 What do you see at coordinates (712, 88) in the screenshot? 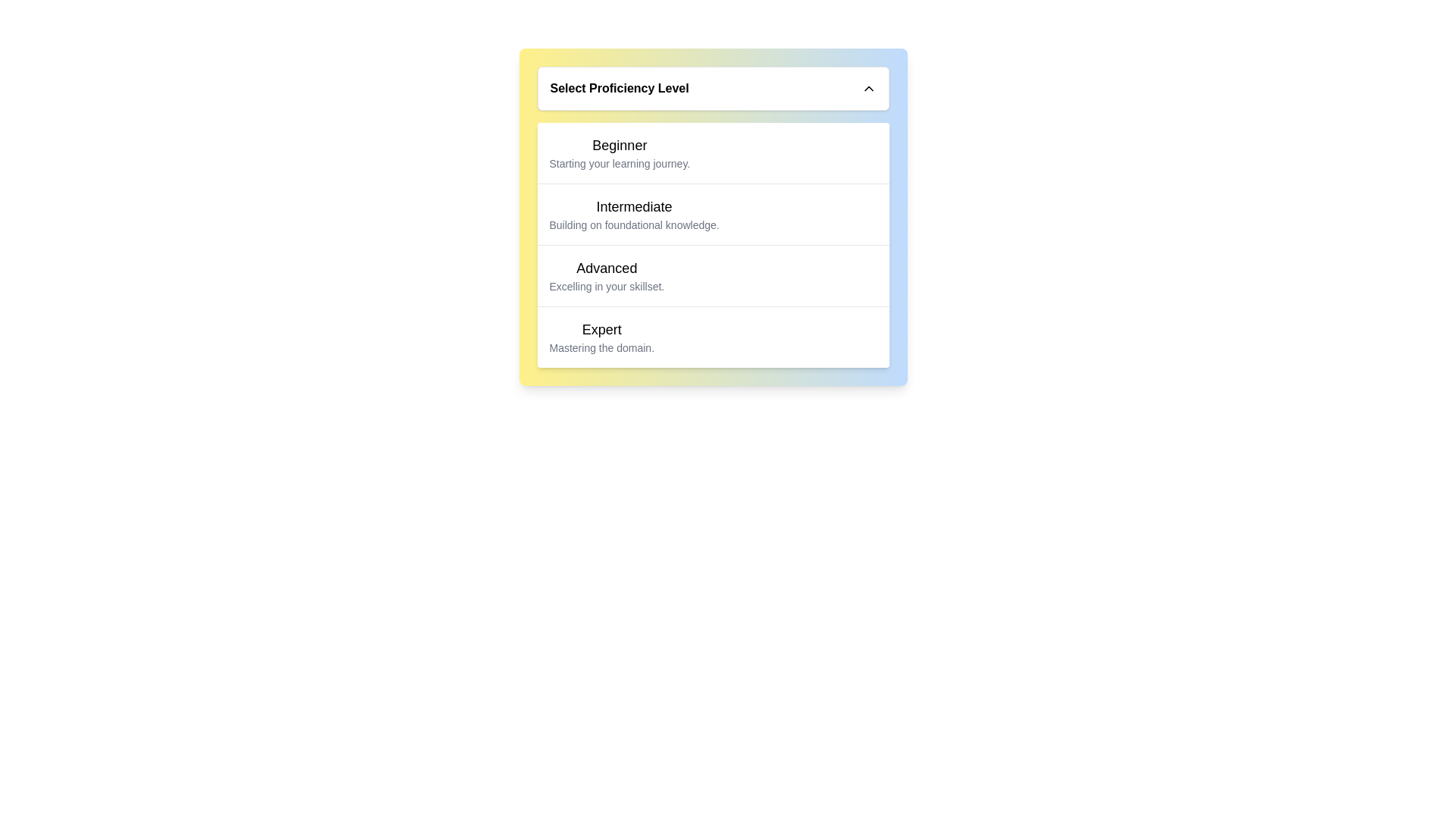
I see `the dropdown trigger for selecting a proficiency level` at bounding box center [712, 88].